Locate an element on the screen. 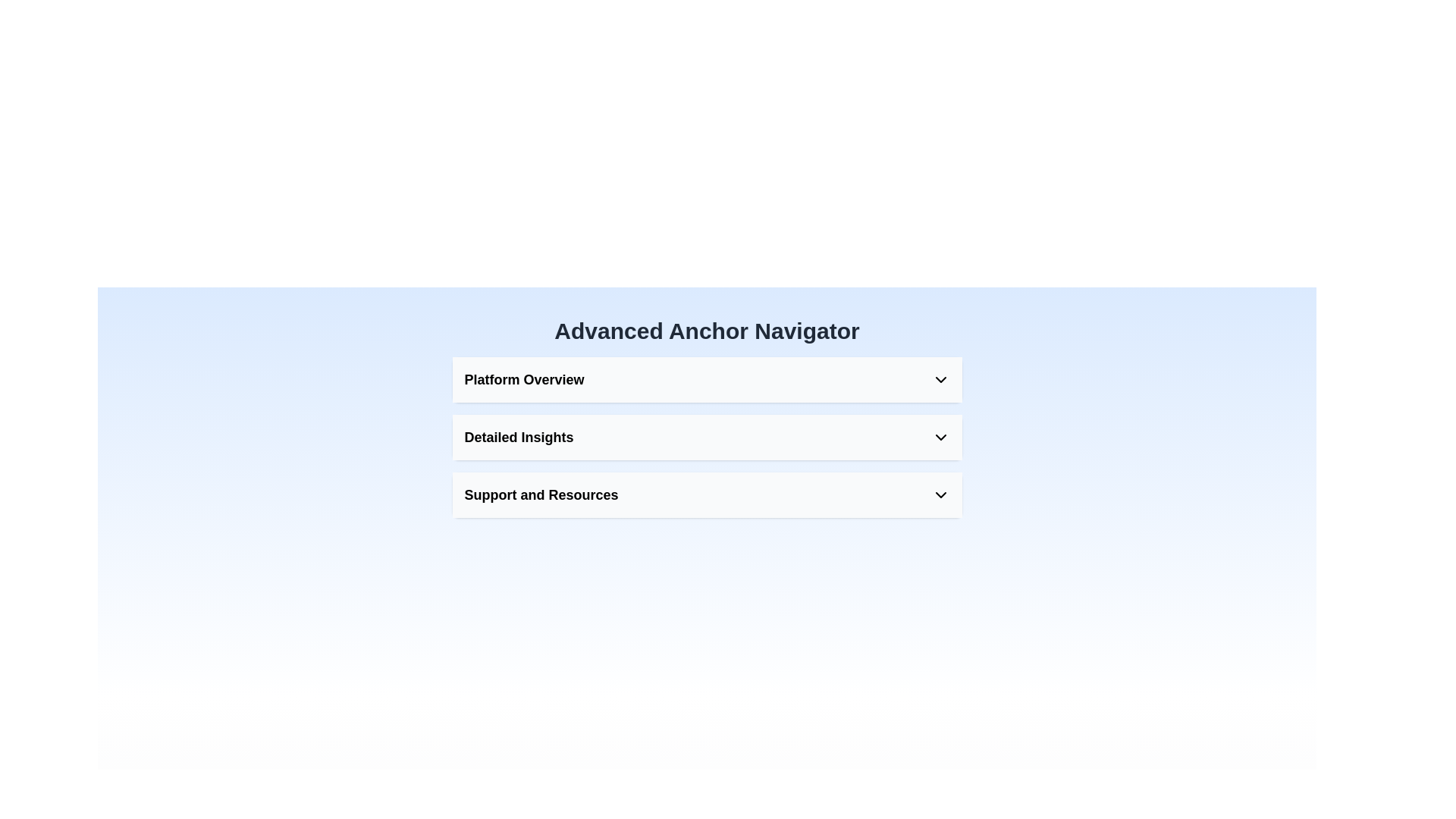  the Collapsible Panel labeled 'Detailed Insights' to trigger a tooltip or highlight effect is located at coordinates (706, 438).